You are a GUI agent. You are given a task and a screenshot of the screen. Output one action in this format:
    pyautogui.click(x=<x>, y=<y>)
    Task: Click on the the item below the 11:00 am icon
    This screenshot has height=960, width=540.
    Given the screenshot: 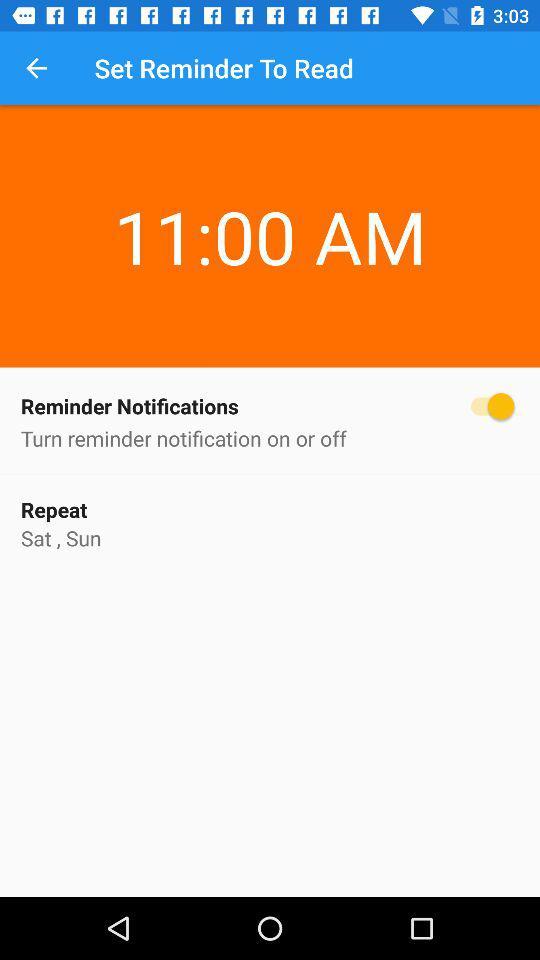 What is the action you would take?
    pyautogui.click(x=270, y=405)
    